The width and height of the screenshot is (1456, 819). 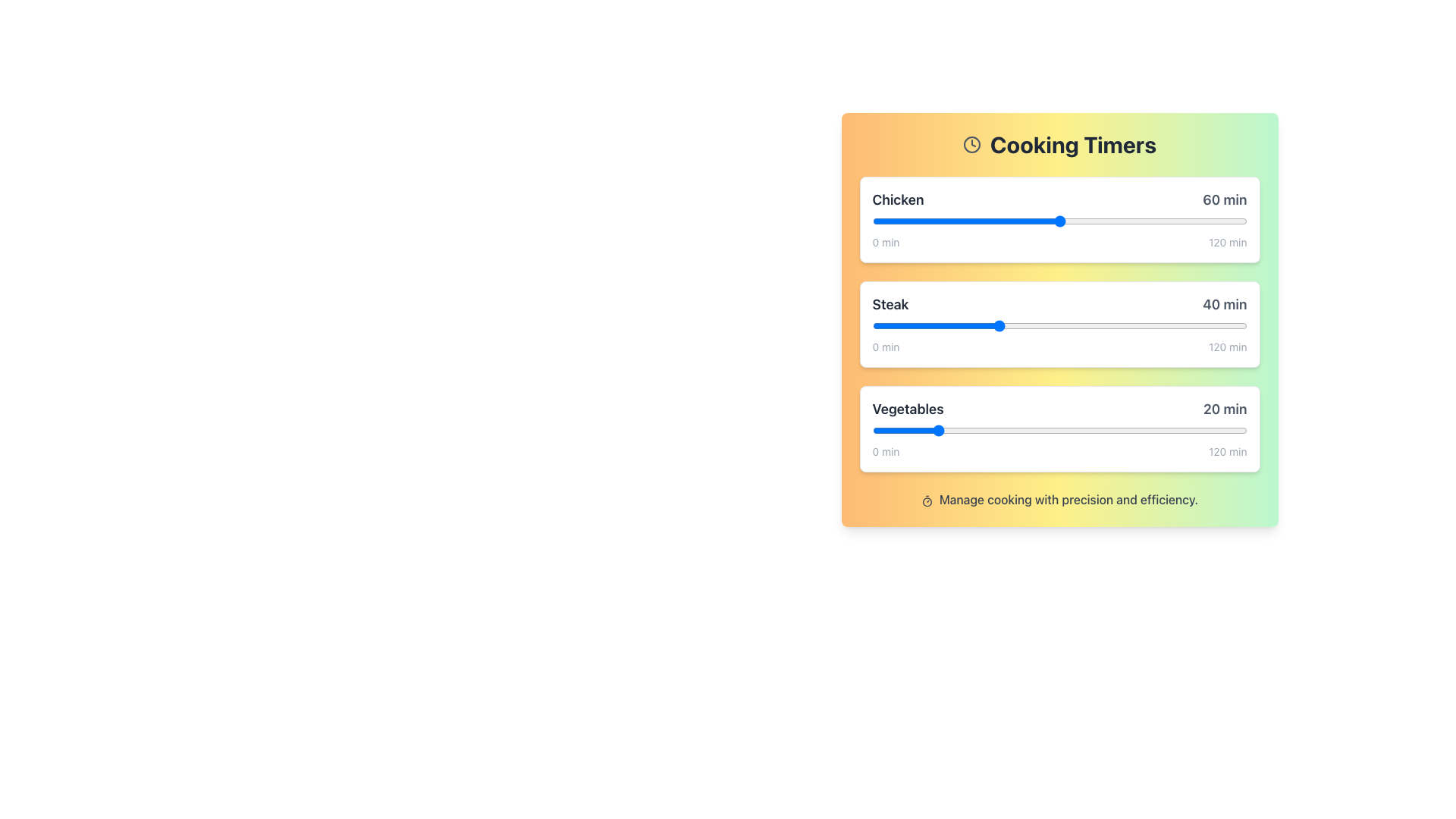 What do you see at coordinates (1159, 325) in the screenshot?
I see `the timer value for the slider` at bounding box center [1159, 325].